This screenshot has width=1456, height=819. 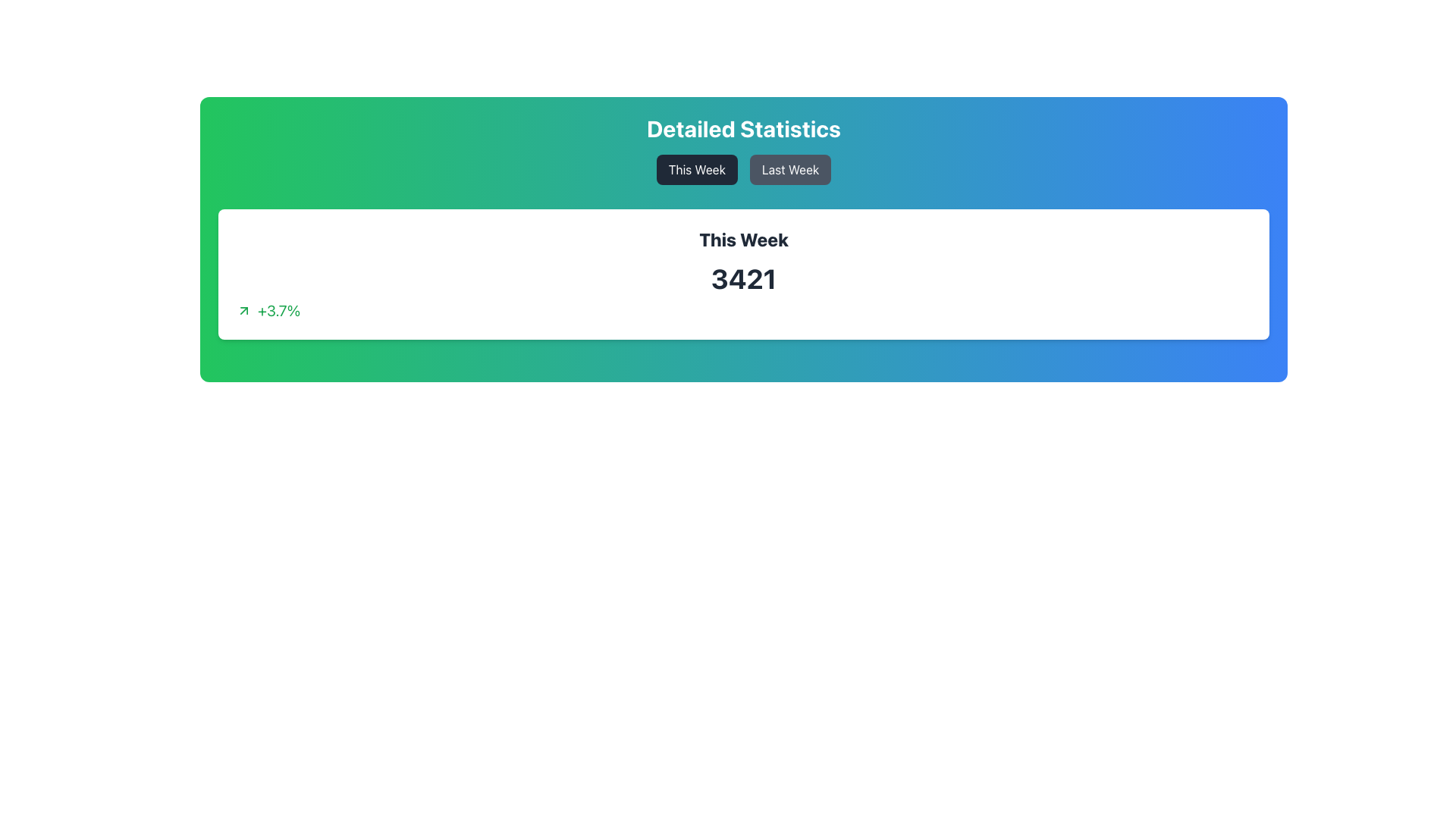 I want to click on the SVG icon styled as an upward-right pointing arrow, which is located to the left of the green text '+3.7%' in the top-left corner of the statistics section, so click(x=243, y=309).